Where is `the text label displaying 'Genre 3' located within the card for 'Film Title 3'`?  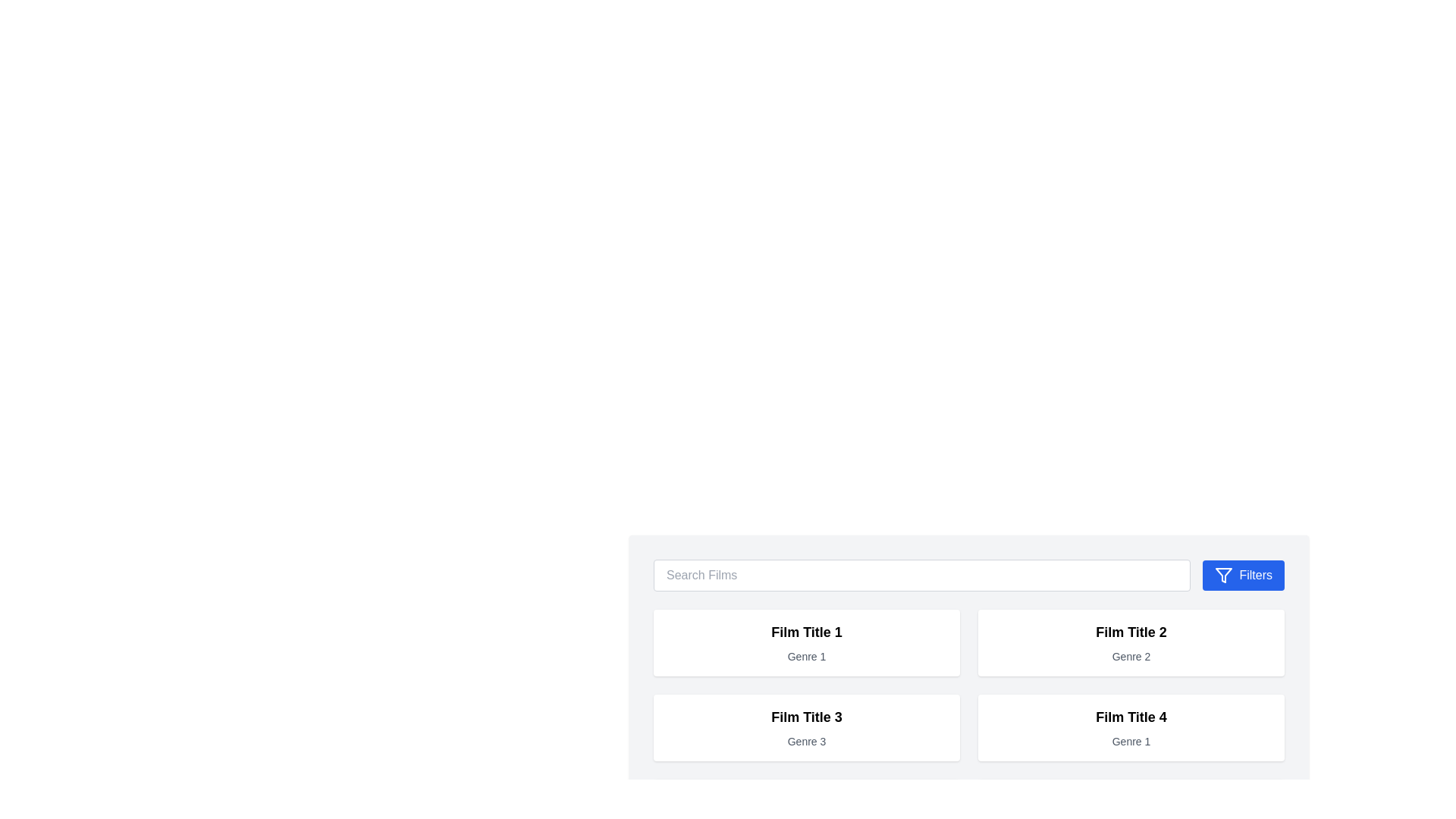 the text label displaying 'Genre 3' located within the card for 'Film Title 3' is located at coordinates (806, 741).